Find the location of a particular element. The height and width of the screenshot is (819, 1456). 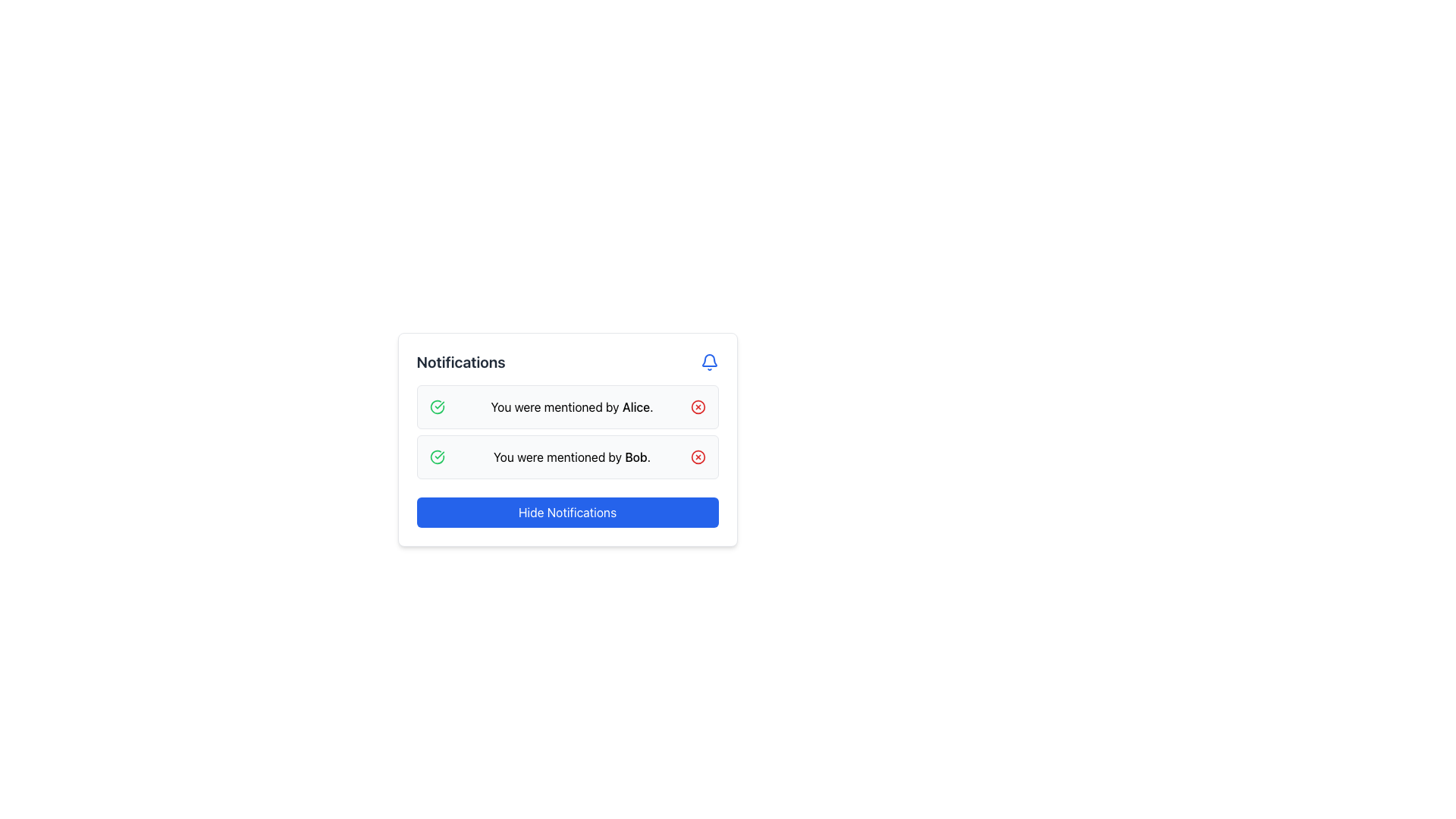

the text label that informs the user about a notification regarding a mention by 'Alice', positioned within the first notification box, horizontally centered after a checkmark icon and before a small dismiss icon is located at coordinates (571, 406).